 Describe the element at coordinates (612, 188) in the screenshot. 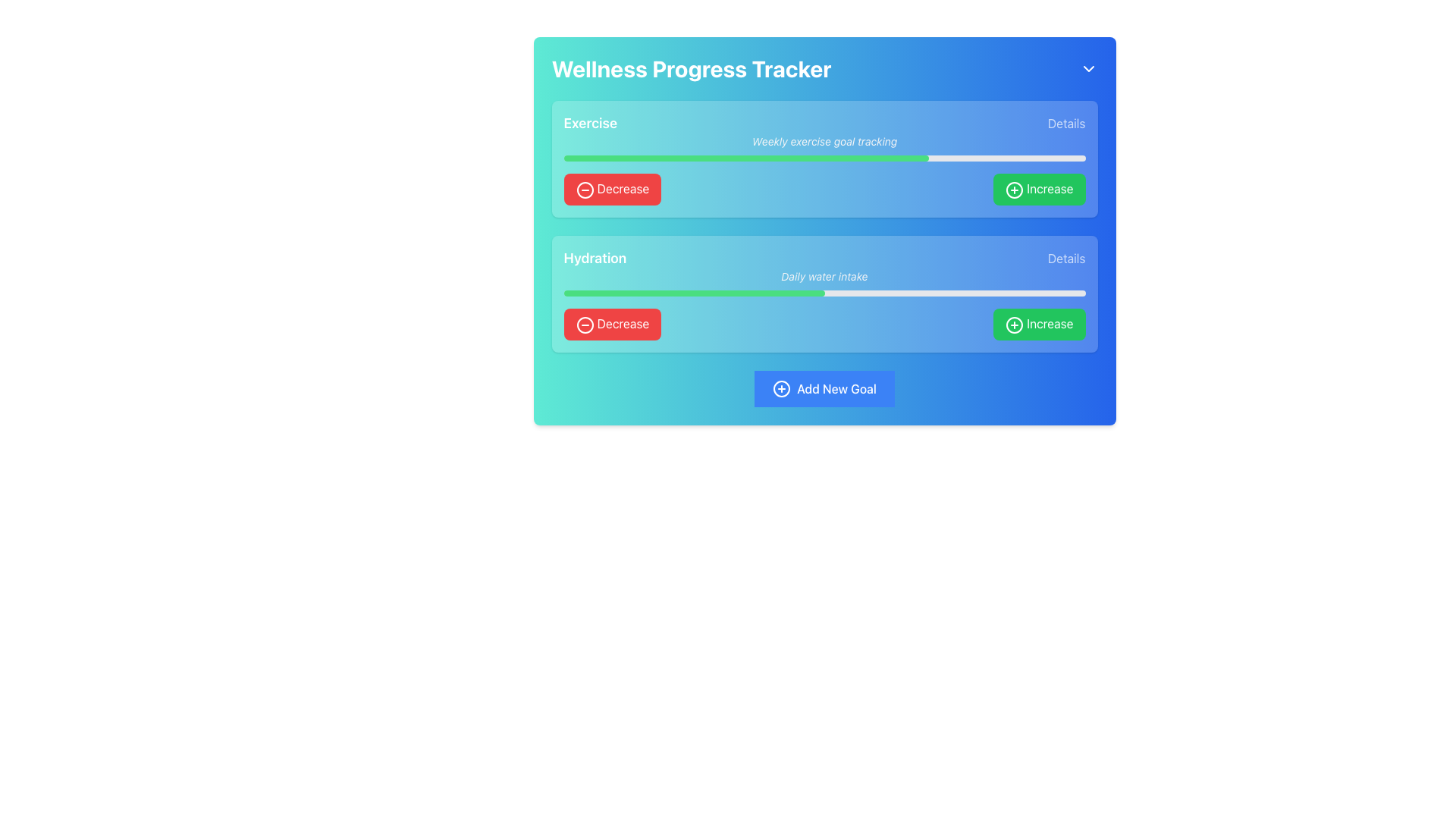

I see `the 'Decrease' button with a red background and a minus icon to activate accessibility features` at that location.